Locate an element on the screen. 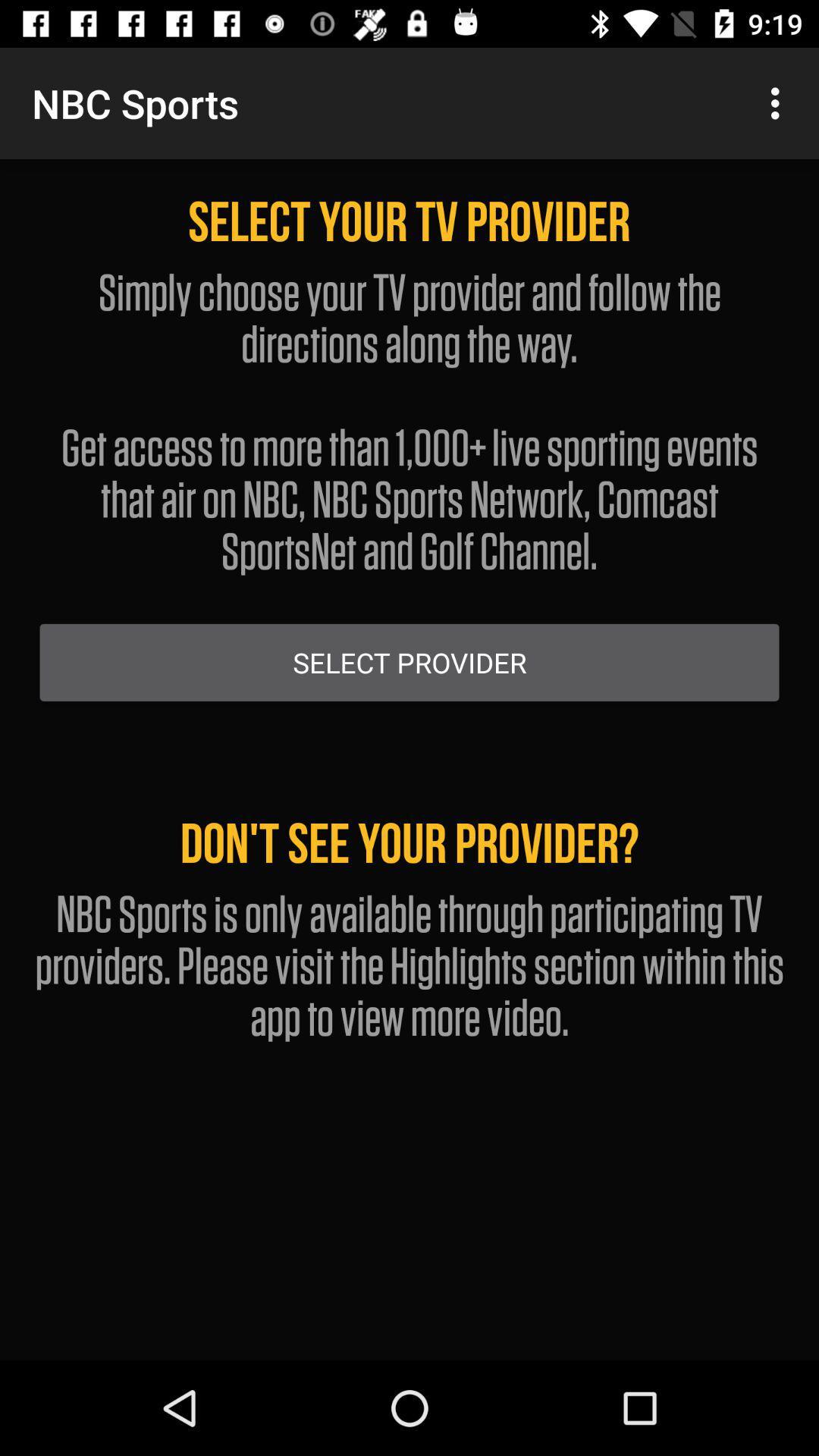 This screenshot has height=1456, width=819. app next to the nbc sports app is located at coordinates (779, 102).